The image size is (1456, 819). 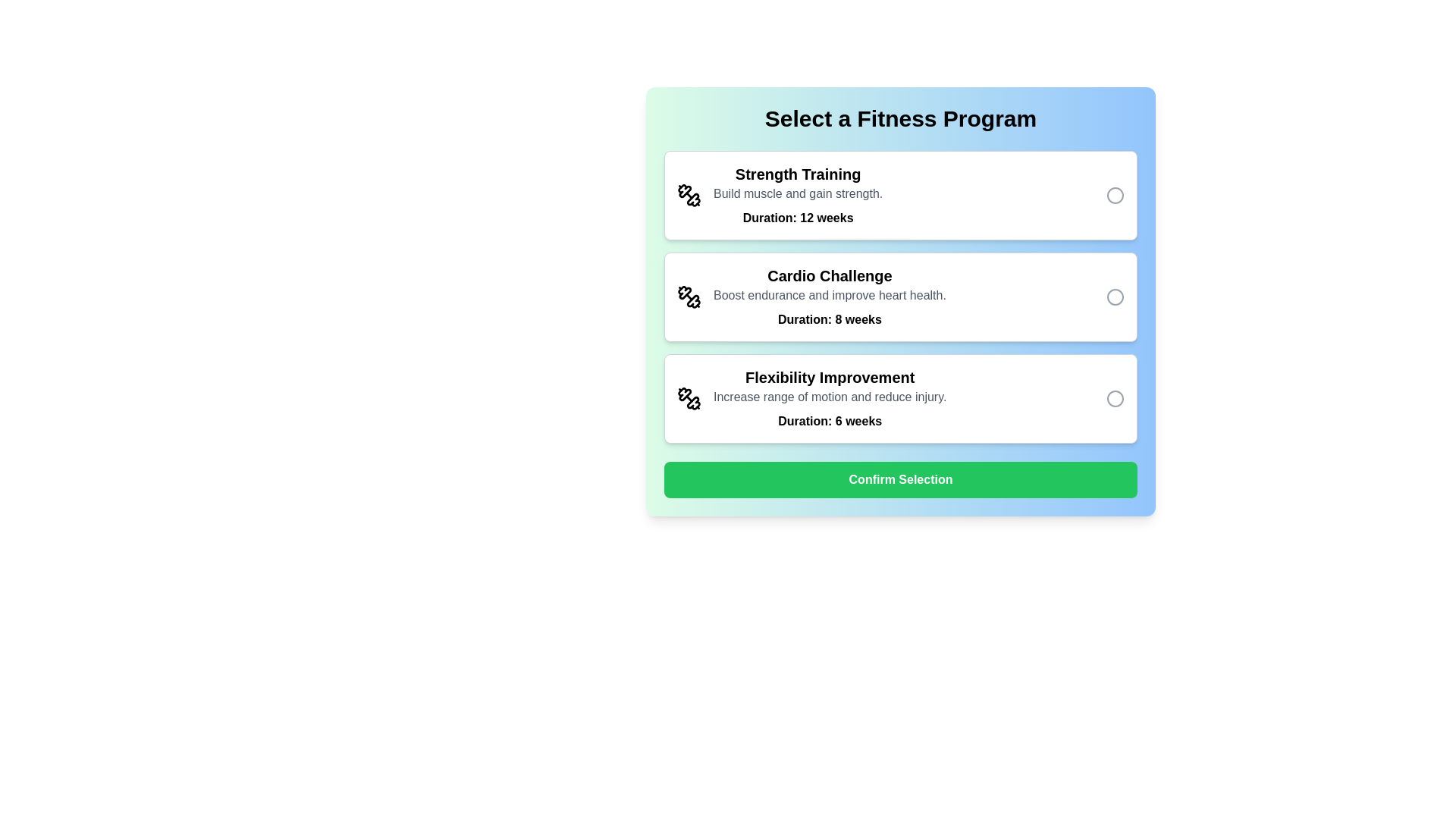 What do you see at coordinates (692, 301) in the screenshot?
I see `the small graphical icon with a black outline located near the text 'Cardio Challenge' in the fitness program selection interface` at bounding box center [692, 301].